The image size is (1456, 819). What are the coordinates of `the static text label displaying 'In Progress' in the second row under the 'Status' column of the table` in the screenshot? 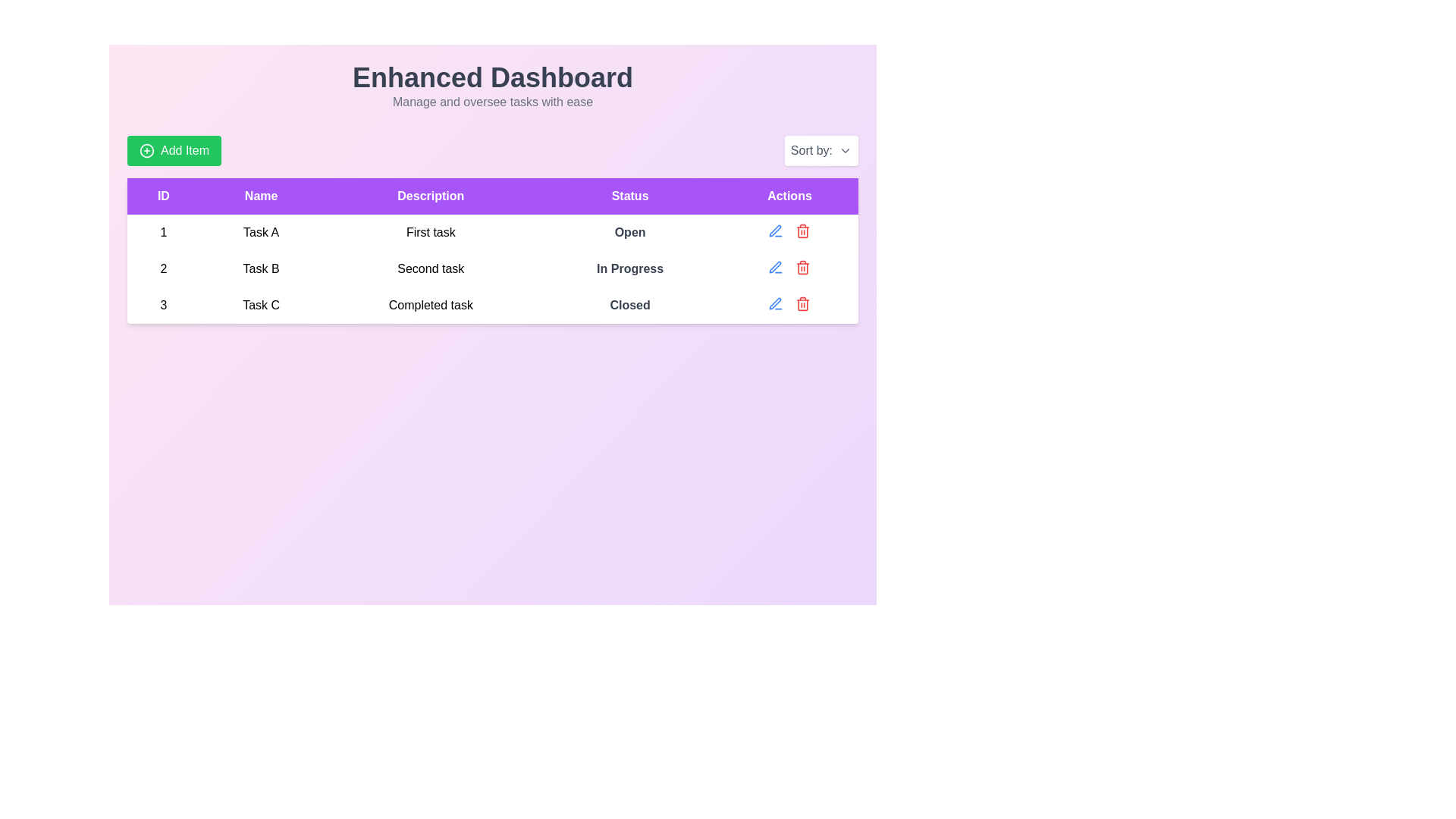 It's located at (630, 268).